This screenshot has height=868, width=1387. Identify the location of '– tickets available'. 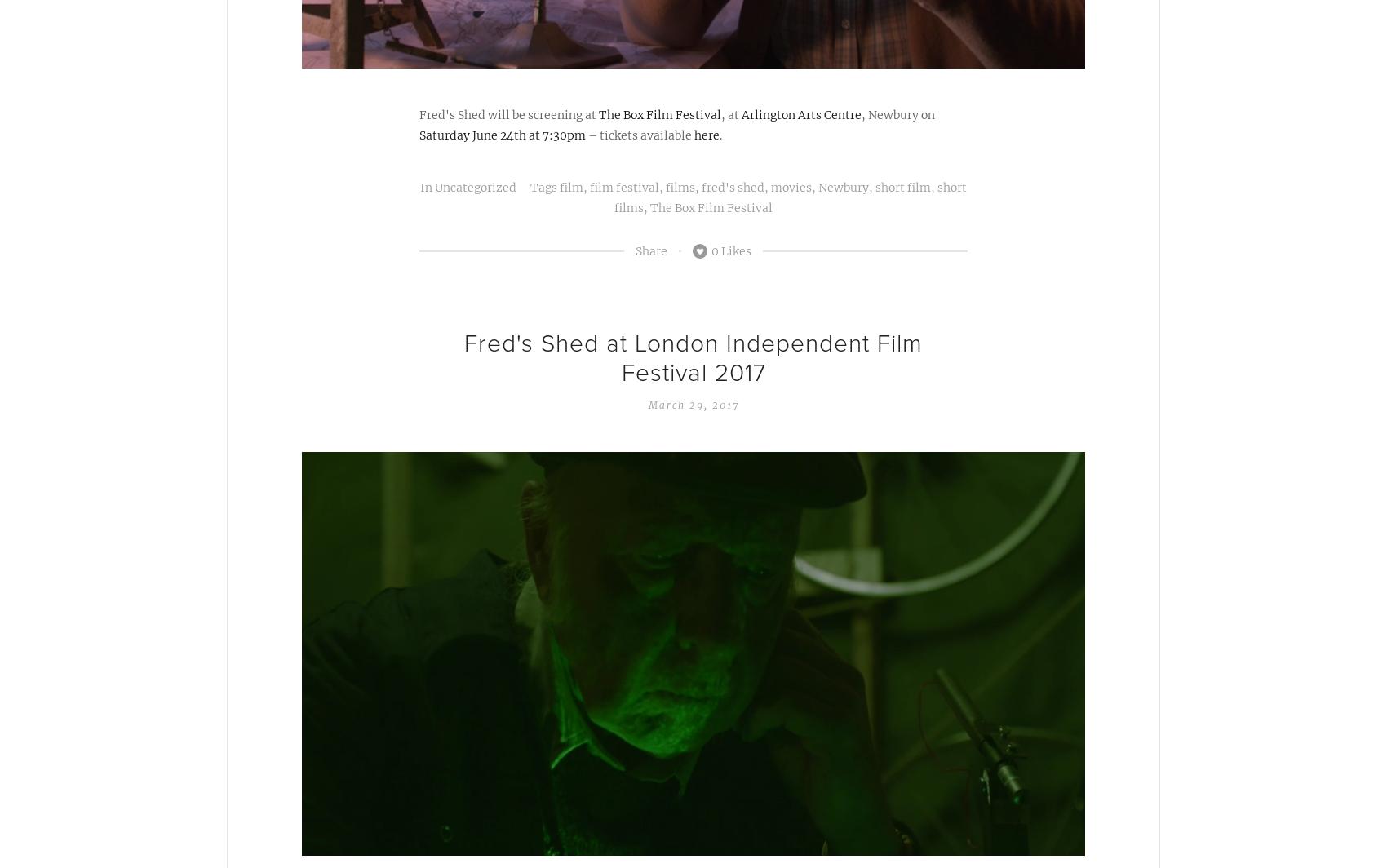
(639, 135).